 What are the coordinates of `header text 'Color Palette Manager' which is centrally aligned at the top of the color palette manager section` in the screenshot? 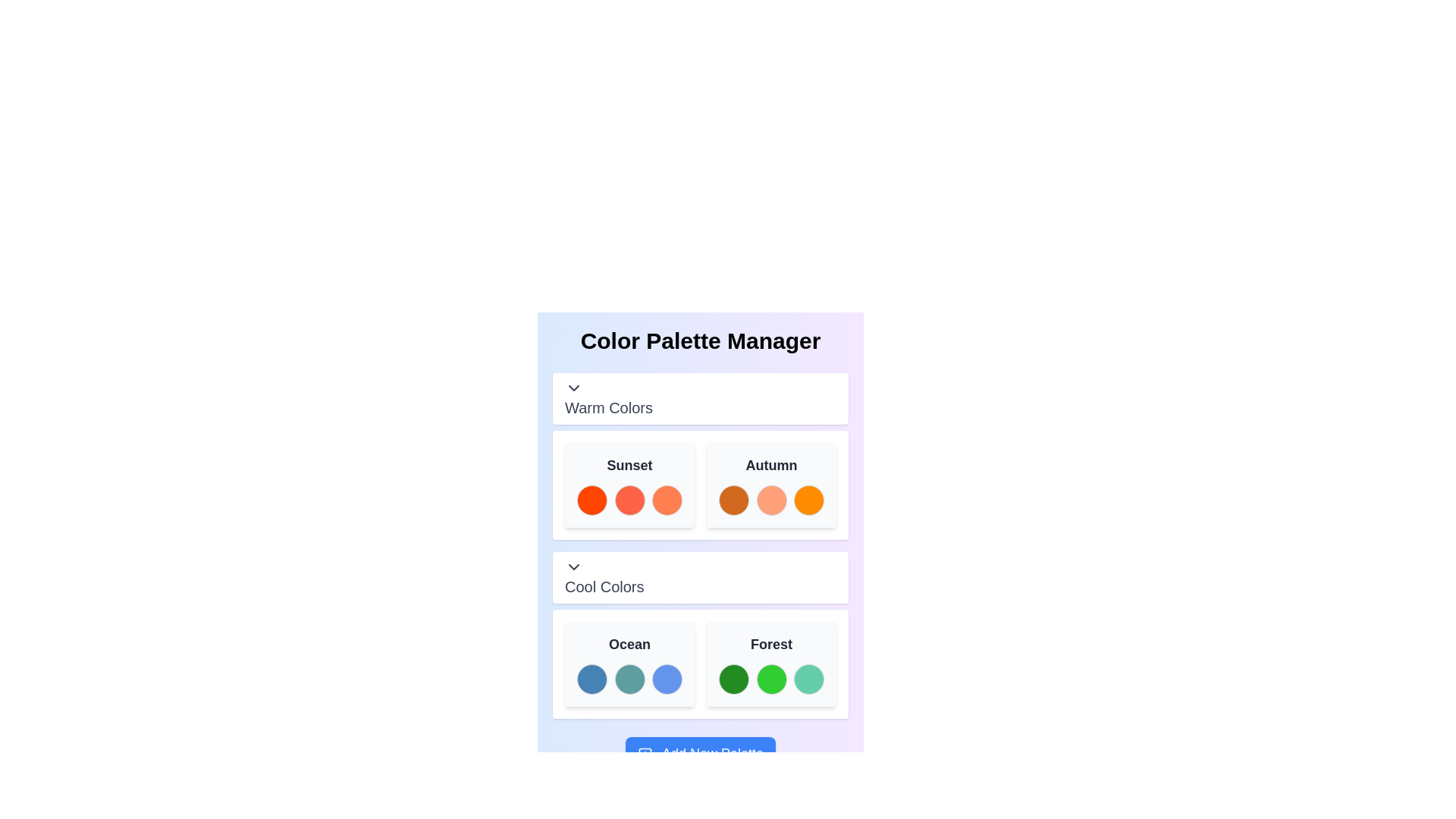 It's located at (700, 341).